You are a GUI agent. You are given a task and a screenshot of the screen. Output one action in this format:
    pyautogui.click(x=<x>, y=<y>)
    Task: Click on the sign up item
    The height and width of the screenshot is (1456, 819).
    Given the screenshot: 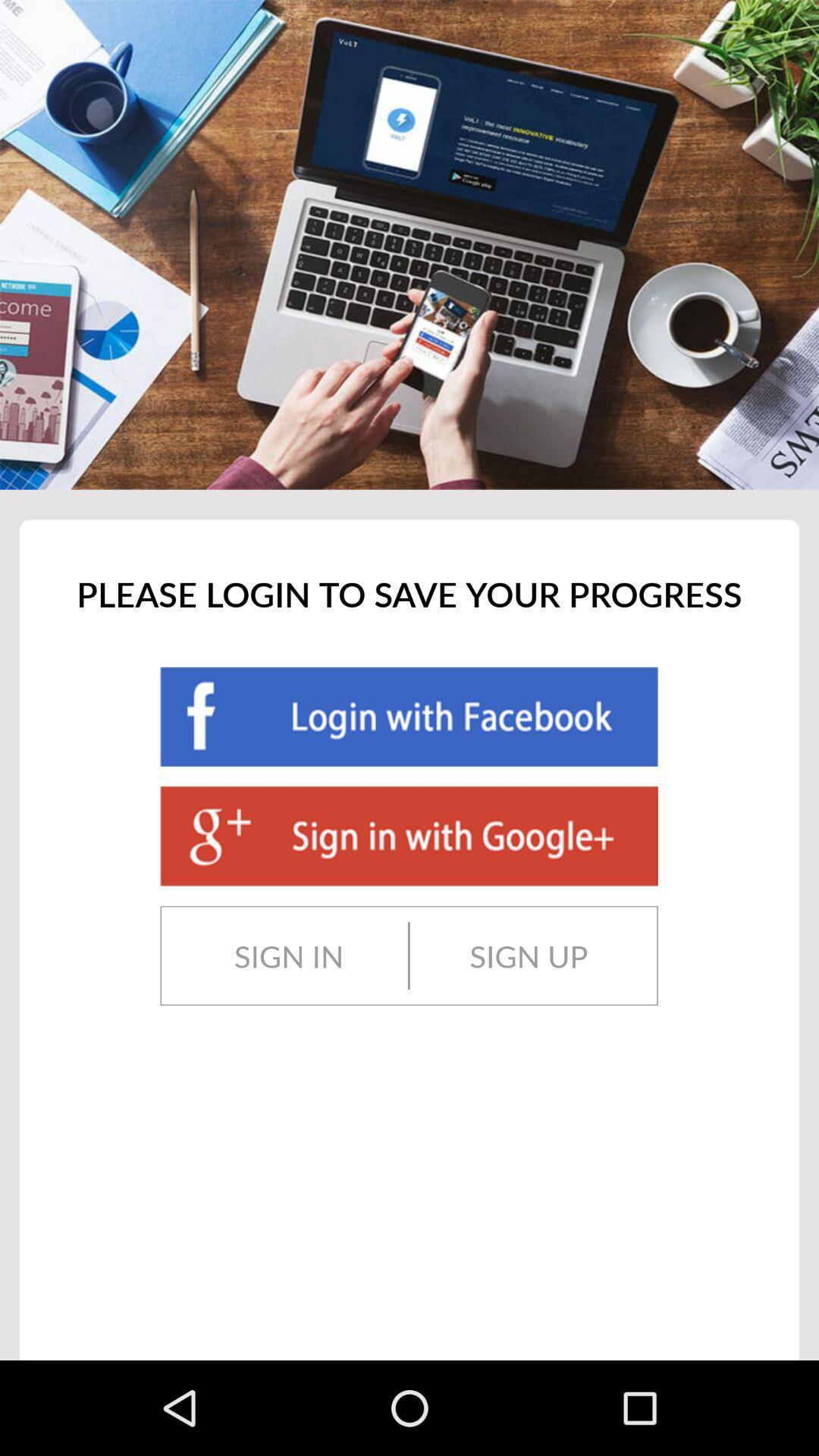 What is the action you would take?
    pyautogui.click(x=528, y=955)
    